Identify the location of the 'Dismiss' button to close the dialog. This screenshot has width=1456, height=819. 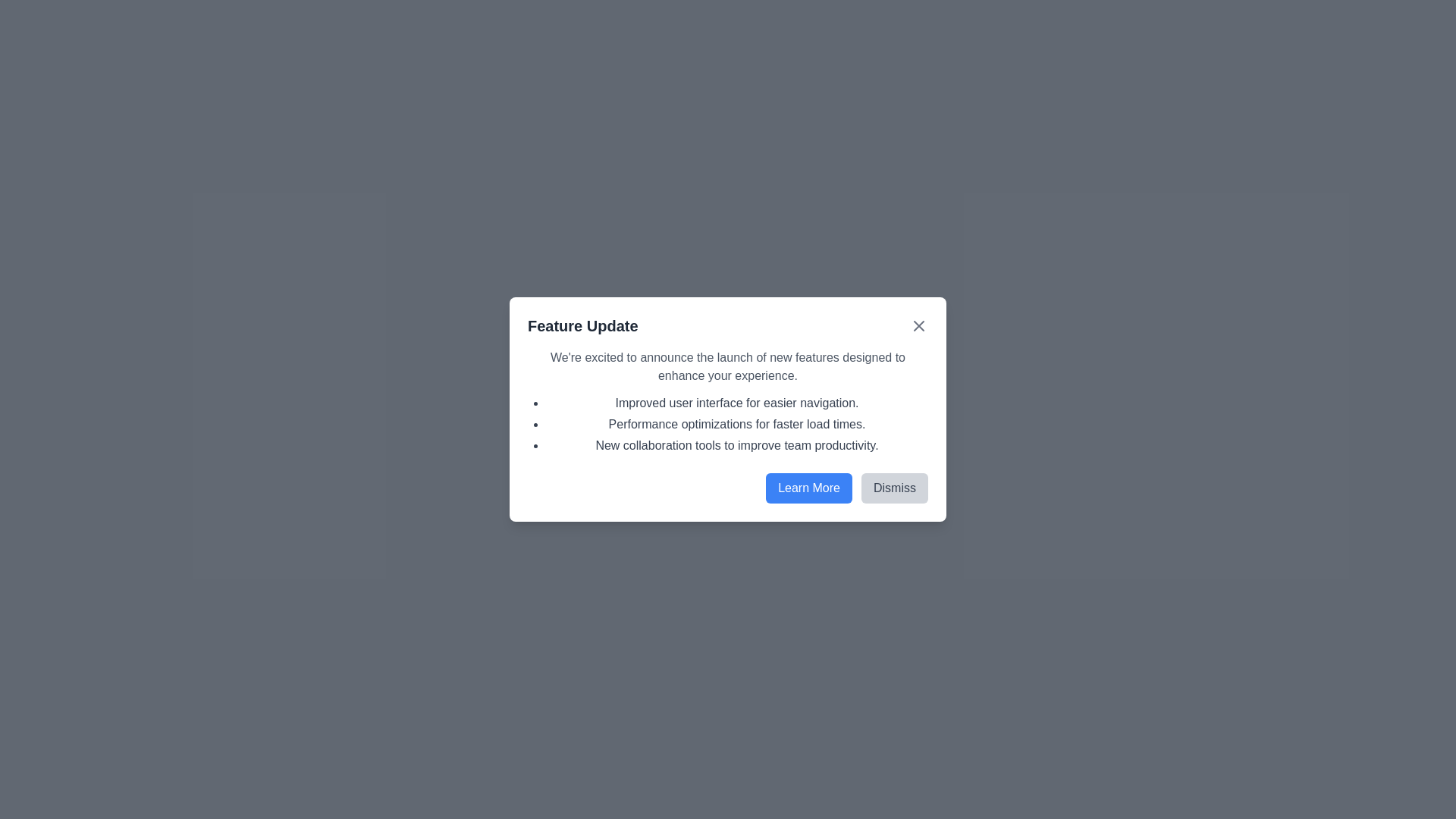
(895, 488).